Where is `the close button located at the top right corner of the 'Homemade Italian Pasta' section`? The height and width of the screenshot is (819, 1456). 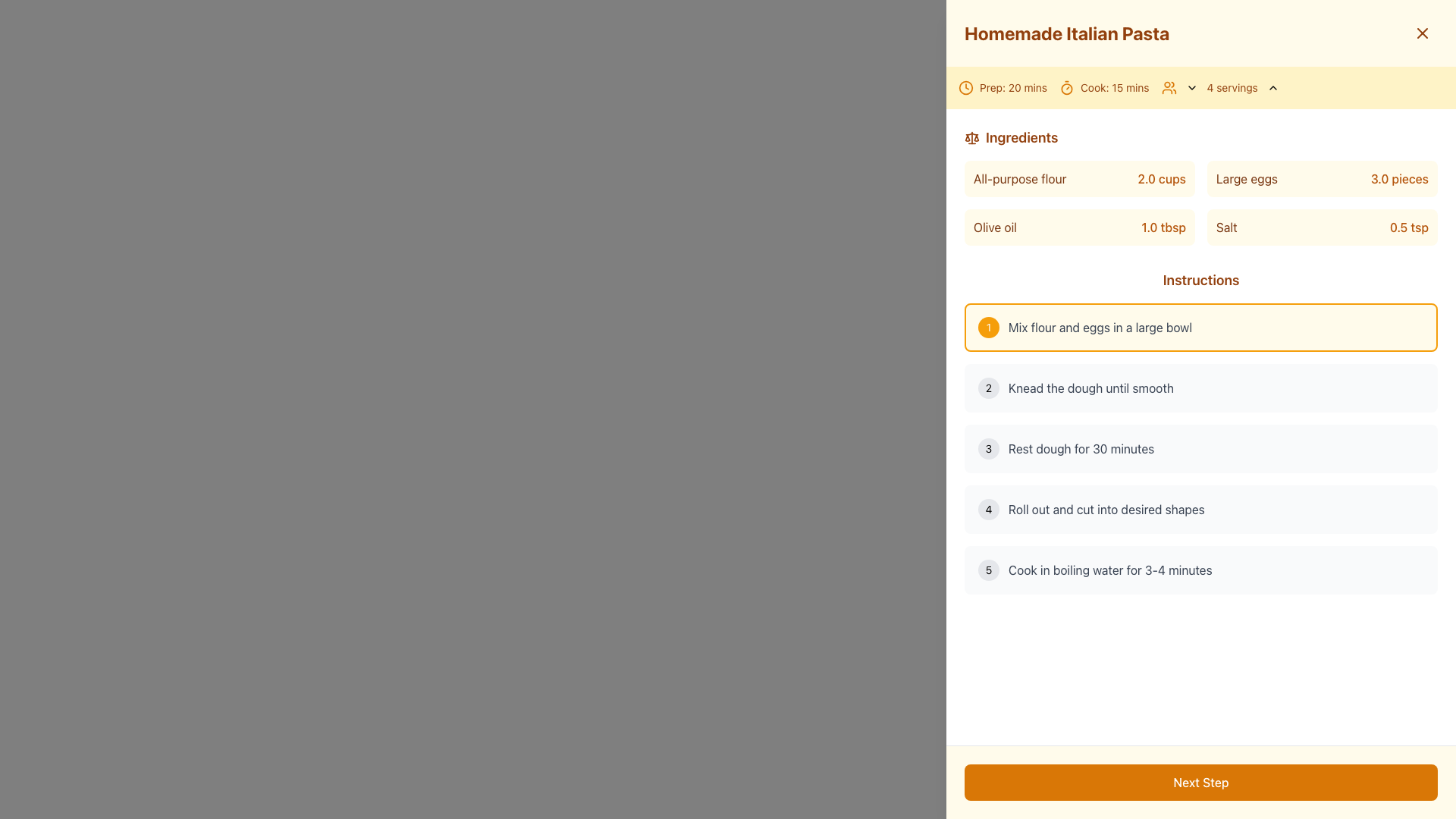
the close button located at the top right corner of the 'Homemade Italian Pasta' section is located at coordinates (1422, 33).